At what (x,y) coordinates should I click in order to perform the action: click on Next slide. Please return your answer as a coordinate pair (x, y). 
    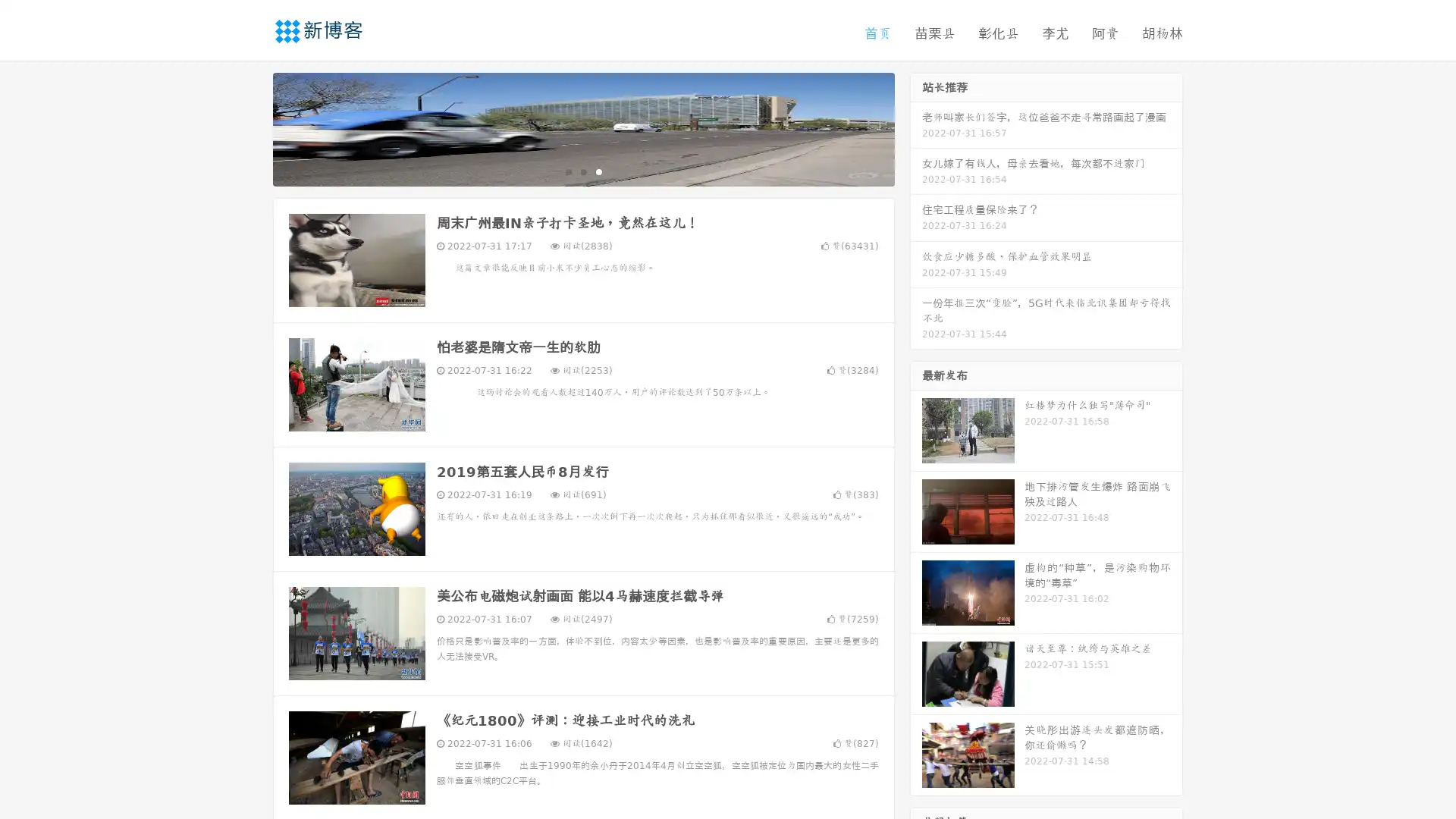
    Looking at the image, I should click on (916, 127).